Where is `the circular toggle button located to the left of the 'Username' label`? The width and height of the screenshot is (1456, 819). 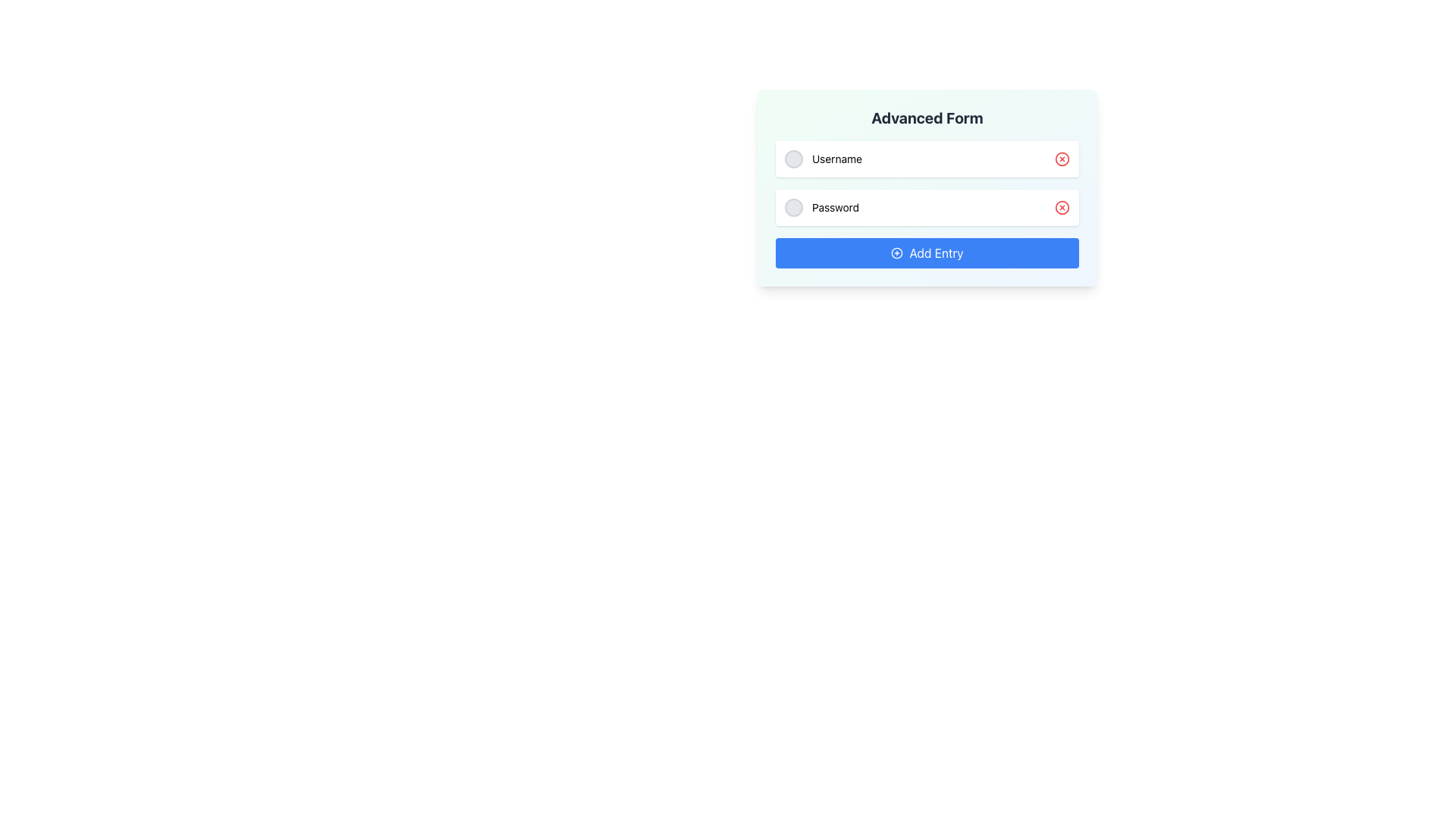 the circular toggle button located to the left of the 'Username' label is located at coordinates (792, 158).